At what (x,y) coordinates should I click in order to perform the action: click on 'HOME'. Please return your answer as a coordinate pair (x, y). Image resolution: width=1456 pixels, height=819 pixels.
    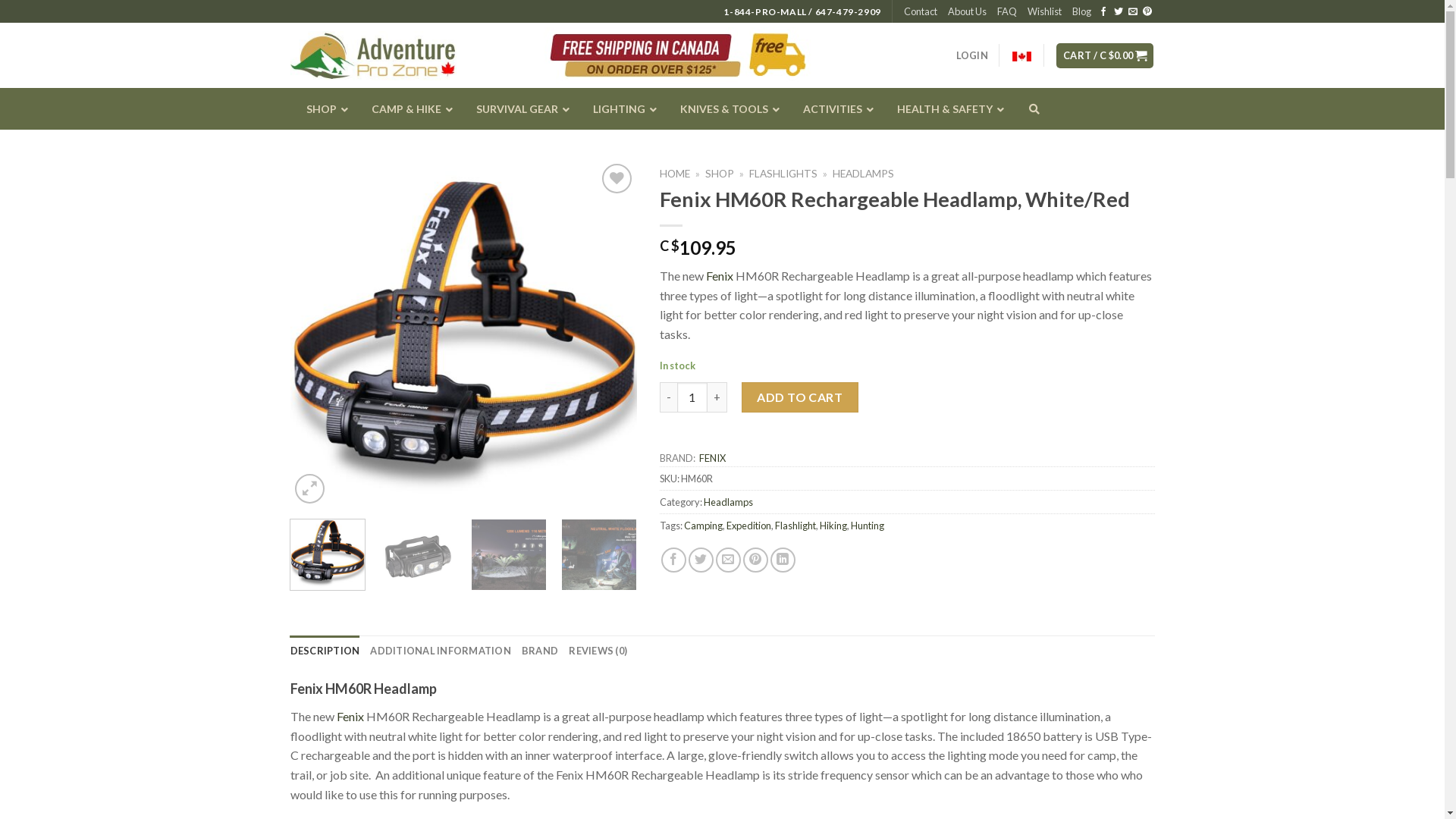
    Looking at the image, I should click on (673, 172).